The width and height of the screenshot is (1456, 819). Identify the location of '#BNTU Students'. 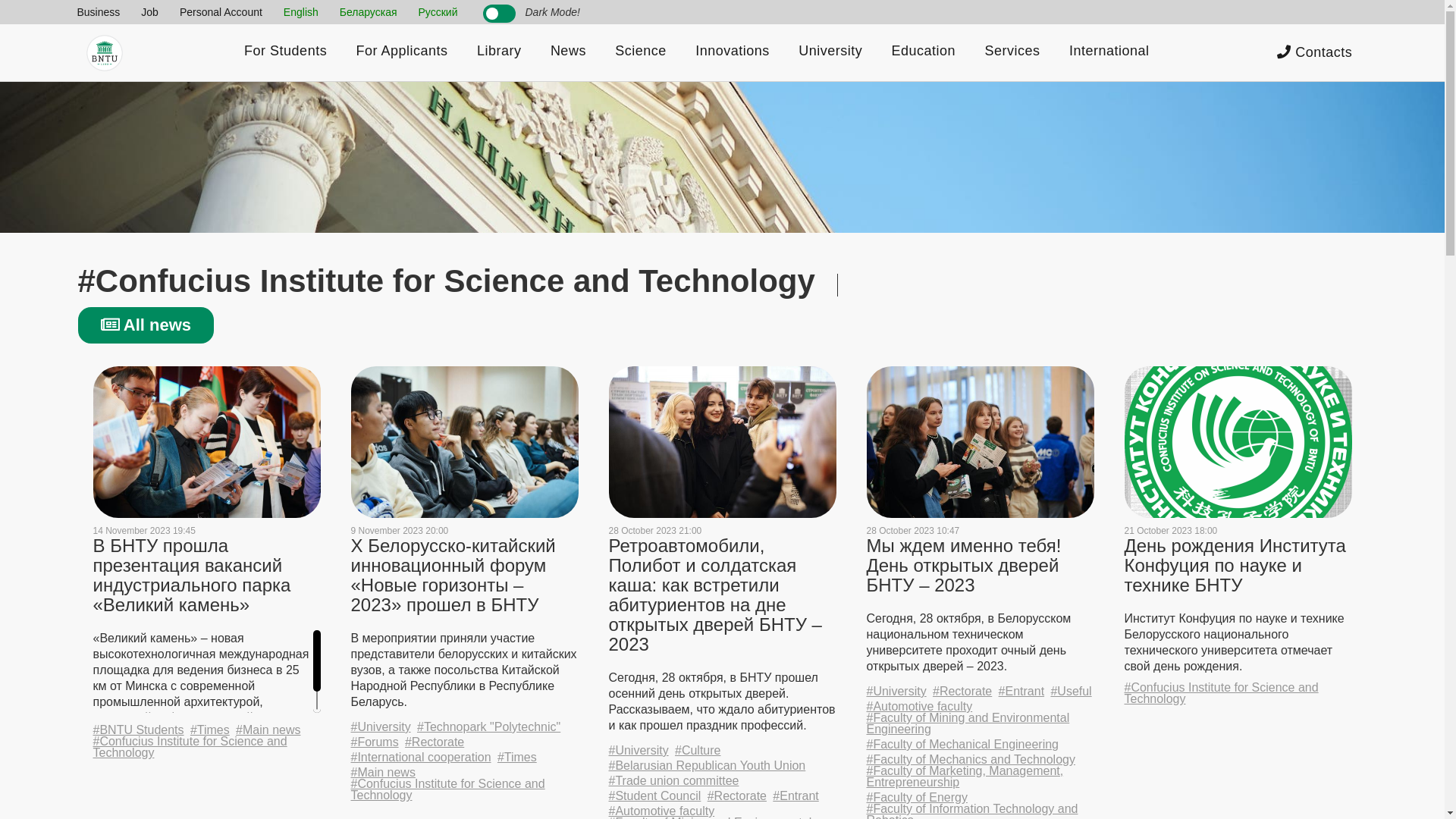
(138, 729).